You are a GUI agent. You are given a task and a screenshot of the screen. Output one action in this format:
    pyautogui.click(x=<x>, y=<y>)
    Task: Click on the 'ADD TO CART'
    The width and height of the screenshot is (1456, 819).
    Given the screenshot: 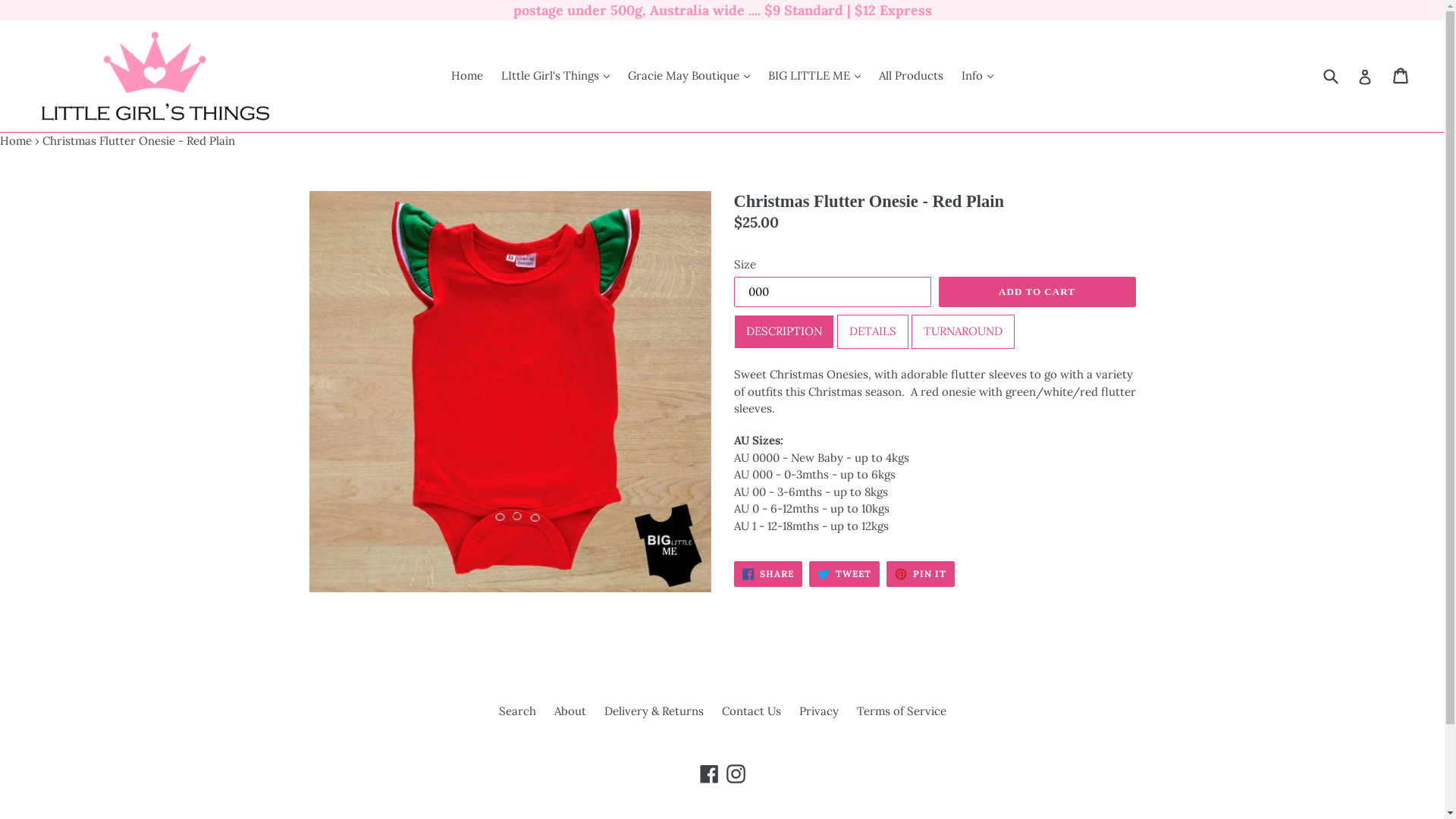 What is the action you would take?
    pyautogui.click(x=1037, y=292)
    